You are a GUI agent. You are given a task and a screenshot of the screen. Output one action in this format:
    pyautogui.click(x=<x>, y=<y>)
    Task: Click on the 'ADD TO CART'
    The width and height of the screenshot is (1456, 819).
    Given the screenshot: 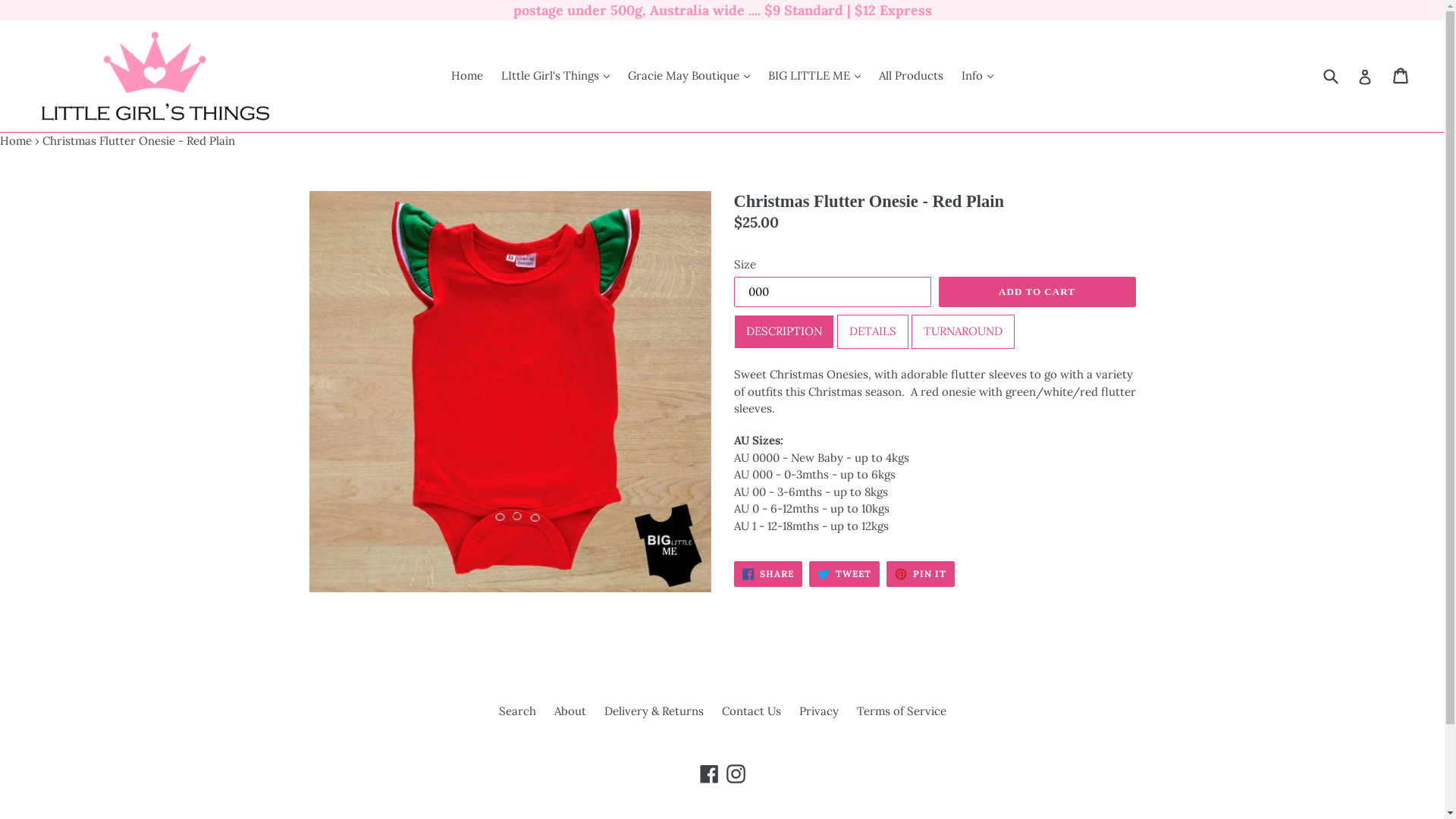 What is the action you would take?
    pyautogui.click(x=1037, y=292)
    